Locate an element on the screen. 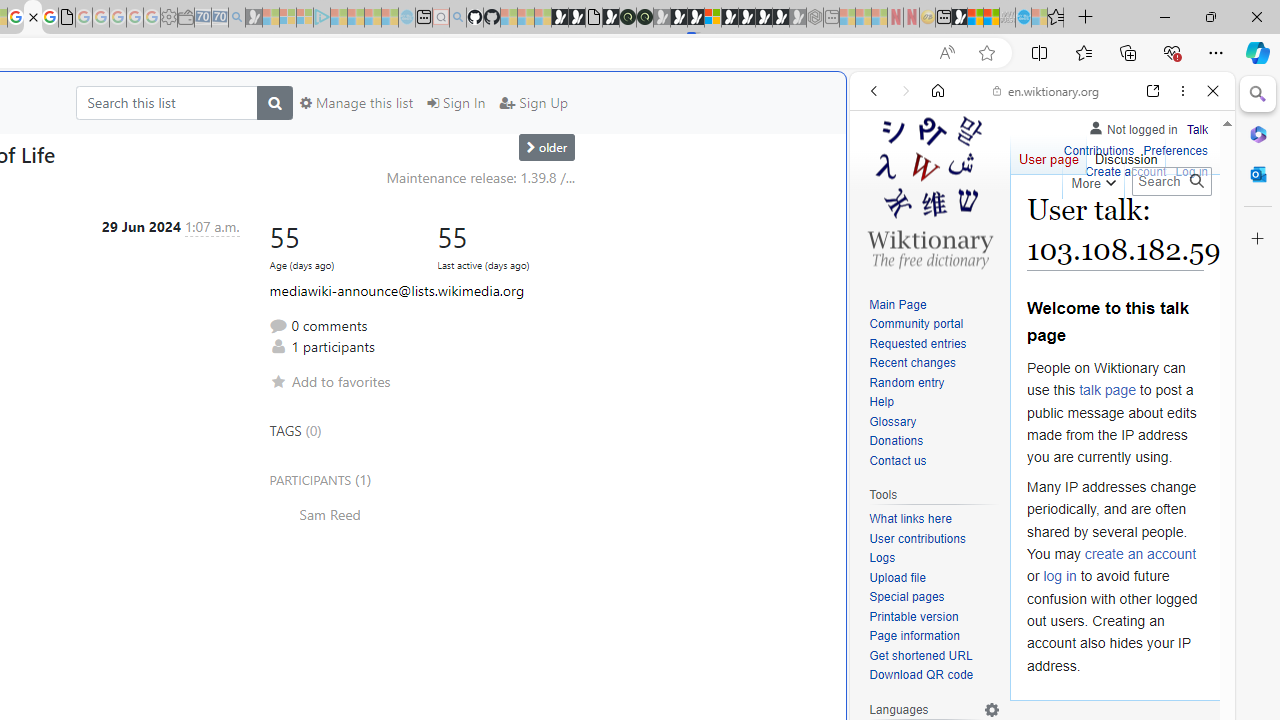  'create an account' is located at coordinates (1140, 553).